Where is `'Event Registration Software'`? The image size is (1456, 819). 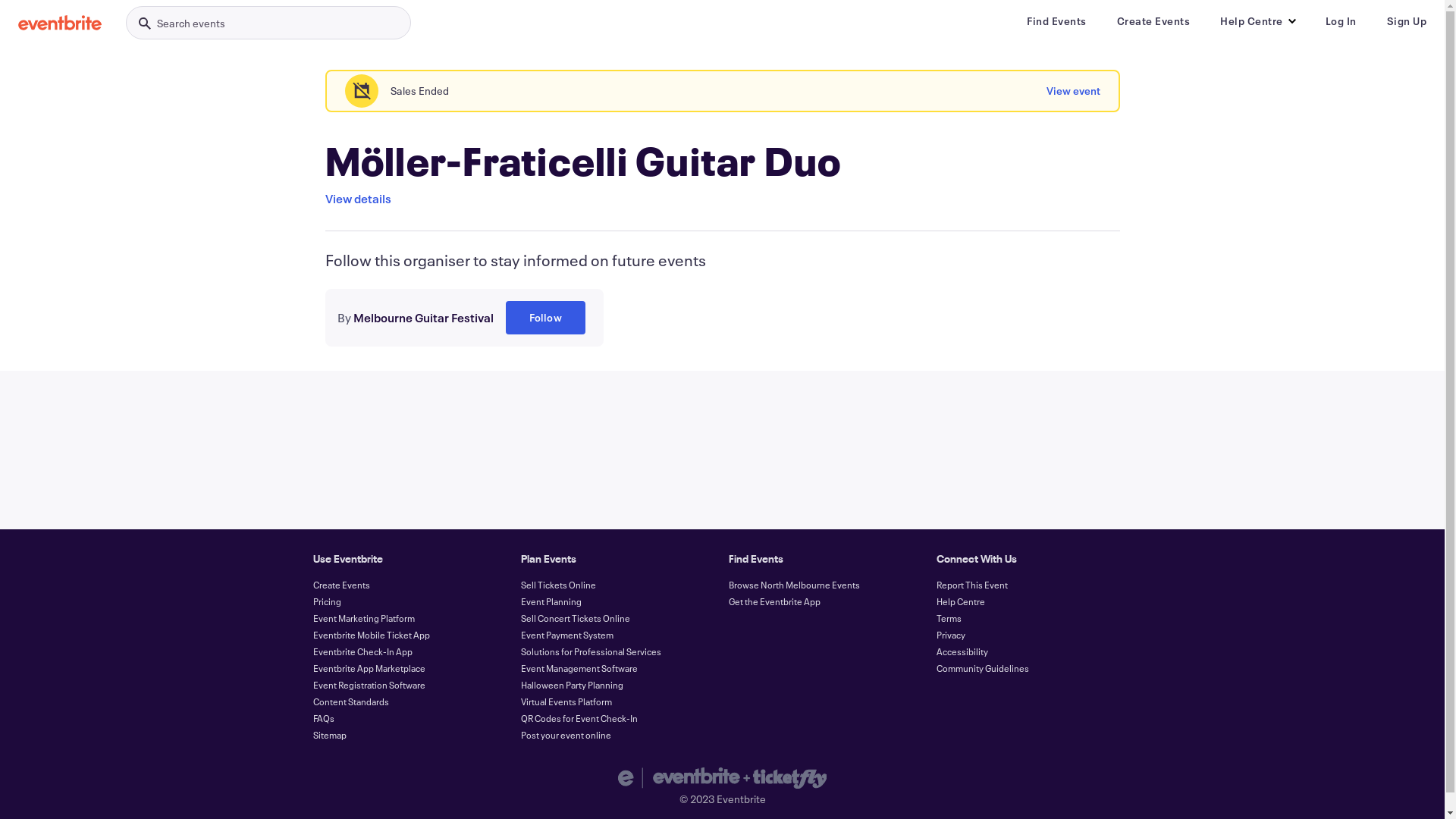
'Event Registration Software' is located at coordinates (368, 684).